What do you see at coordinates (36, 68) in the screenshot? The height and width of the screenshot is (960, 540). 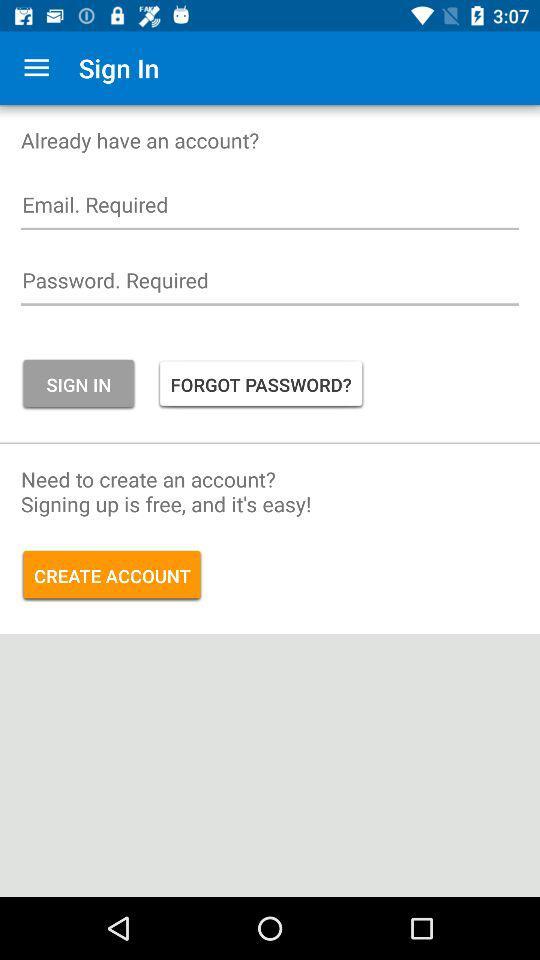 I see `item next to sign in` at bounding box center [36, 68].